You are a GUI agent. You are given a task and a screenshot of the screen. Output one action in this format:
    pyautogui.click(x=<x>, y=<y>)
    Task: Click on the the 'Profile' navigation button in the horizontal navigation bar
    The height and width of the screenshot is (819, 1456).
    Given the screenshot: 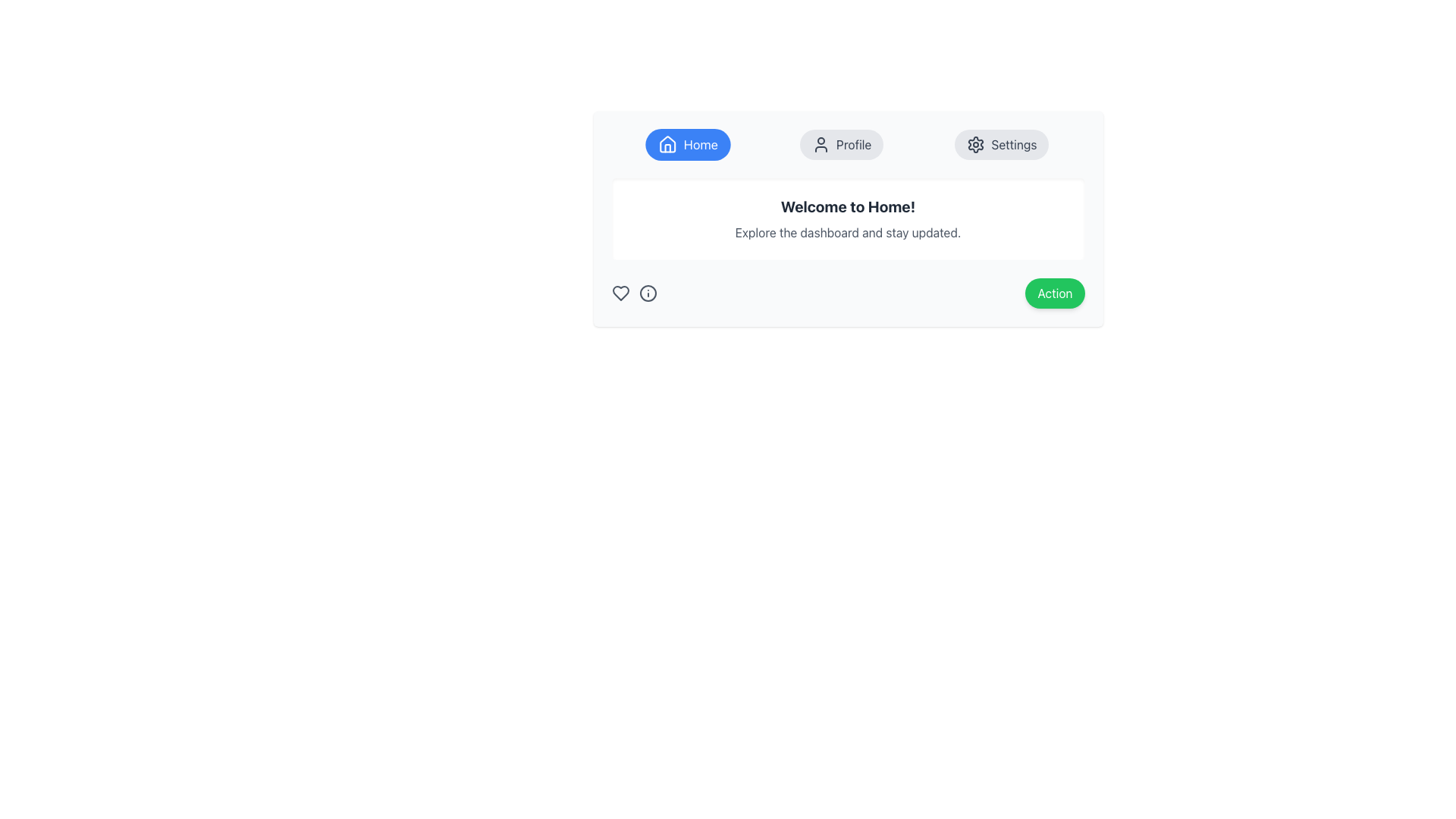 What is the action you would take?
    pyautogui.click(x=841, y=145)
    